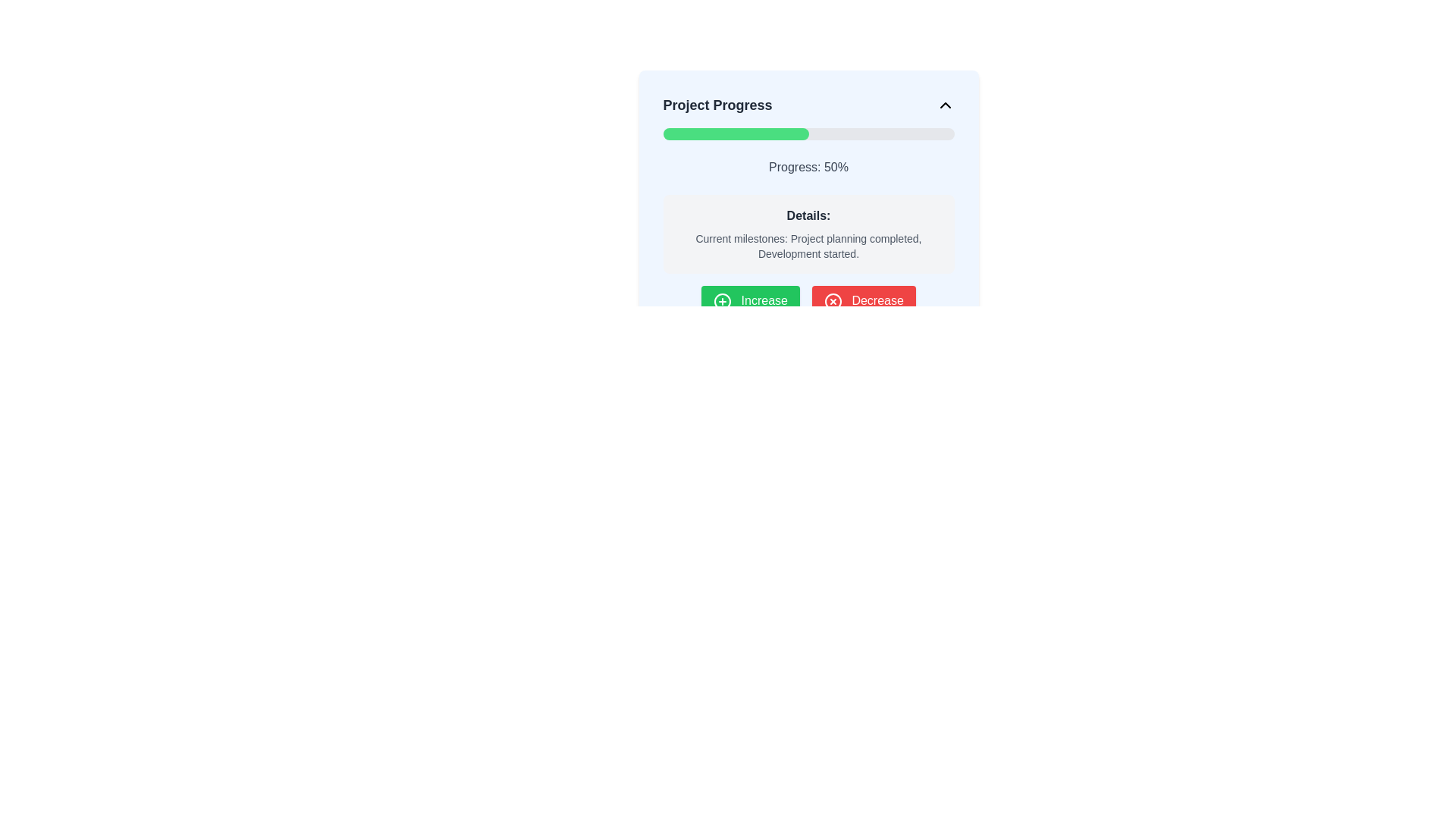  I want to click on the icon located within the 'Decrease' button, which is positioned at the bottom-right region of the card titled 'Project Progress', to interact with it, so click(833, 301).